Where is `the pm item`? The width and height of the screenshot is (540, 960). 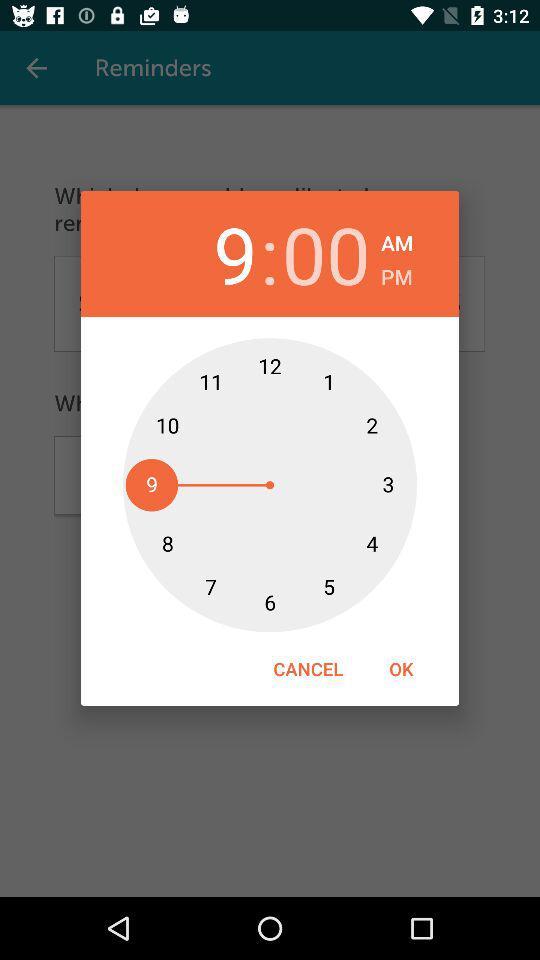
the pm item is located at coordinates (396, 273).